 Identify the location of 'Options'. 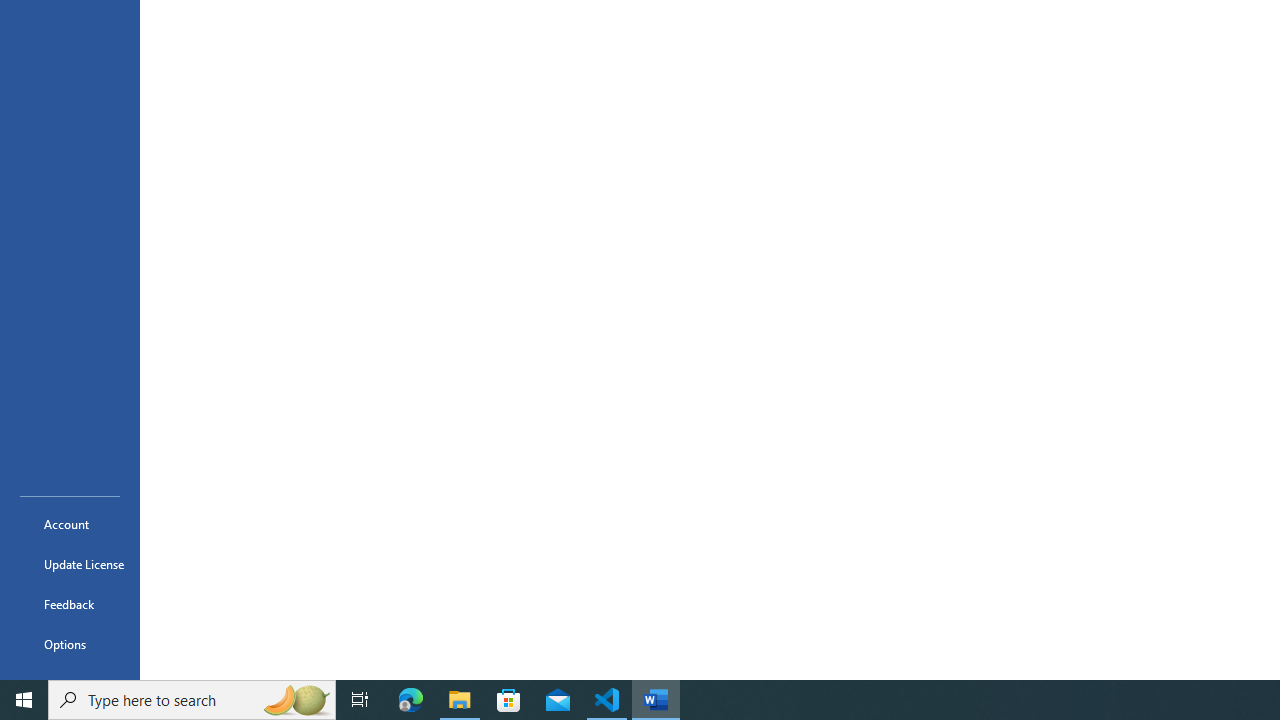
(69, 644).